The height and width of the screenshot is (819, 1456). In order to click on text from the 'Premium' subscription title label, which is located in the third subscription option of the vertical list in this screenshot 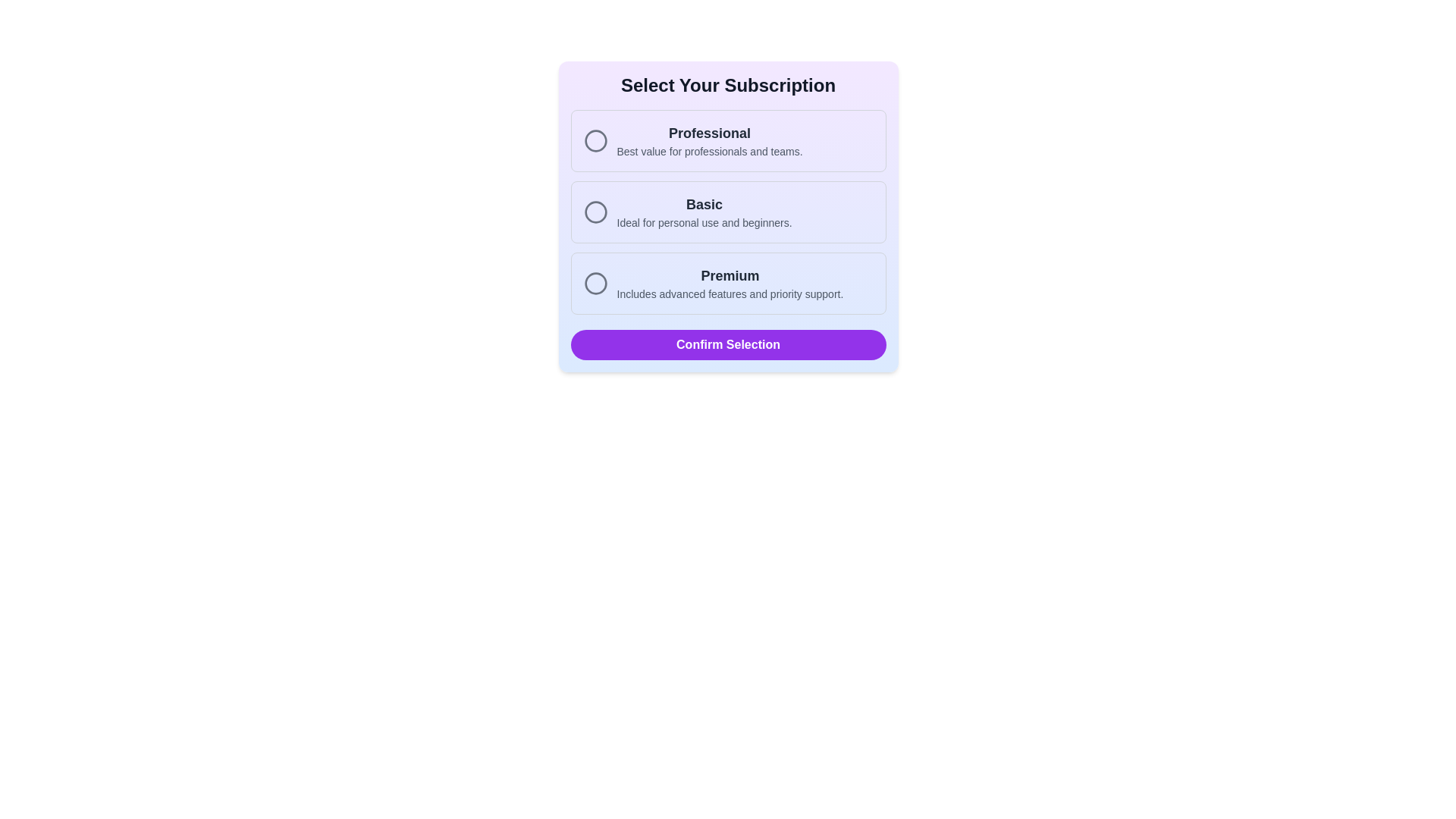, I will do `click(730, 275)`.